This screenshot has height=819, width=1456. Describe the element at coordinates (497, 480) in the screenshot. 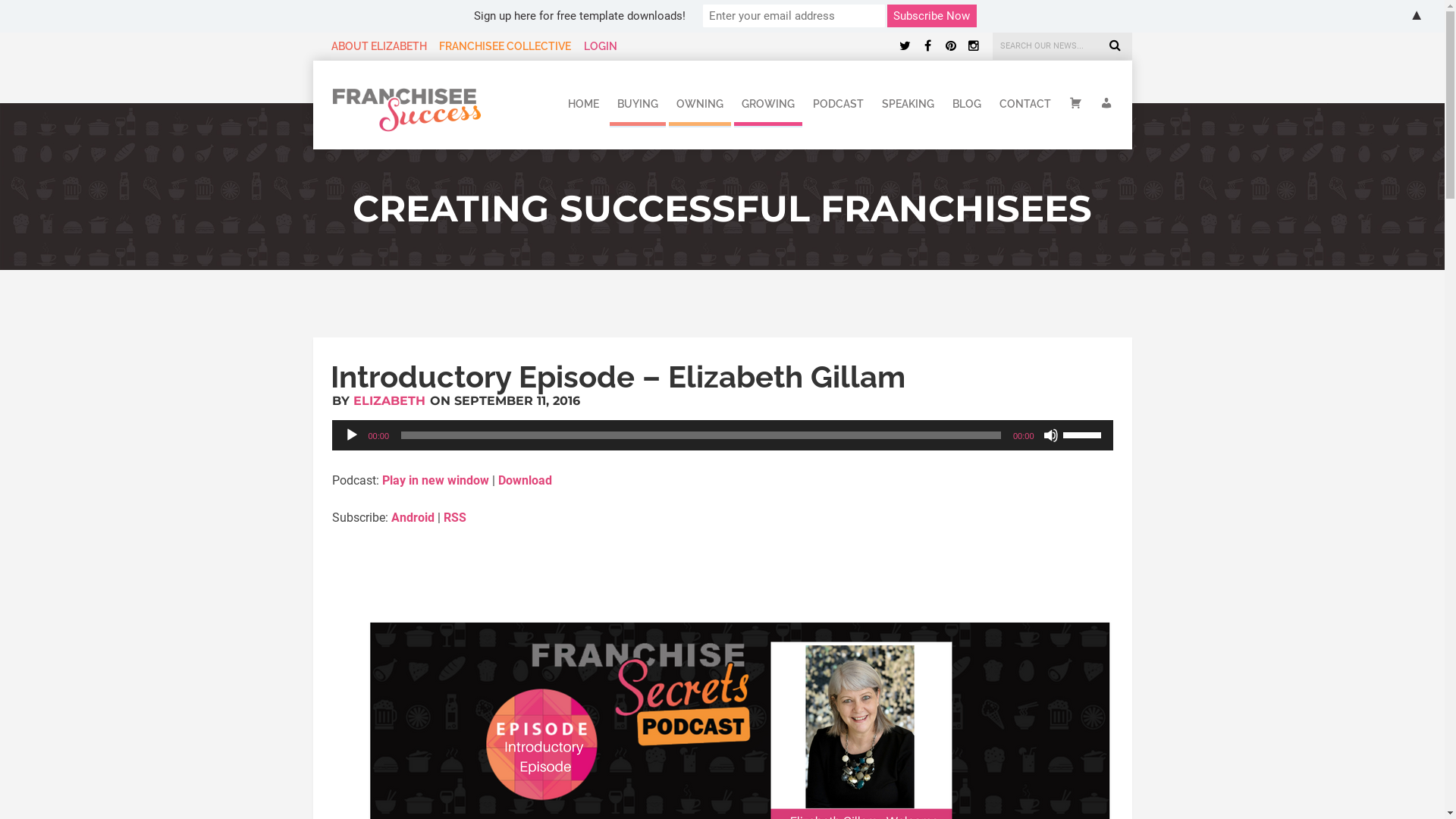

I see `'Download'` at that location.